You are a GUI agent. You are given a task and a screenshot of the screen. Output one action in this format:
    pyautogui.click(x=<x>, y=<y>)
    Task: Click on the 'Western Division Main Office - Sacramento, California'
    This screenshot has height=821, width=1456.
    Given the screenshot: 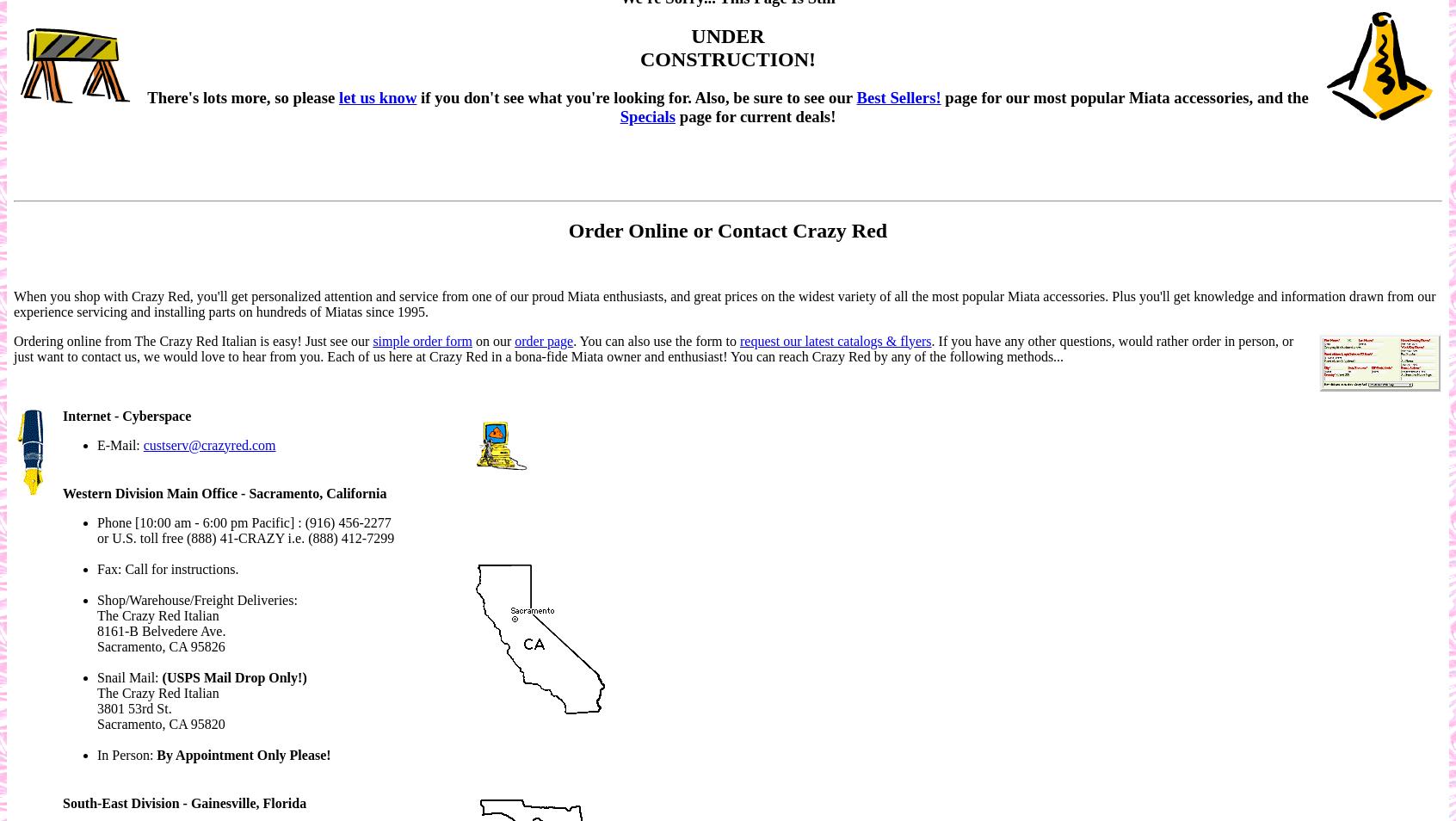 What is the action you would take?
    pyautogui.click(x=225, y=491)
    